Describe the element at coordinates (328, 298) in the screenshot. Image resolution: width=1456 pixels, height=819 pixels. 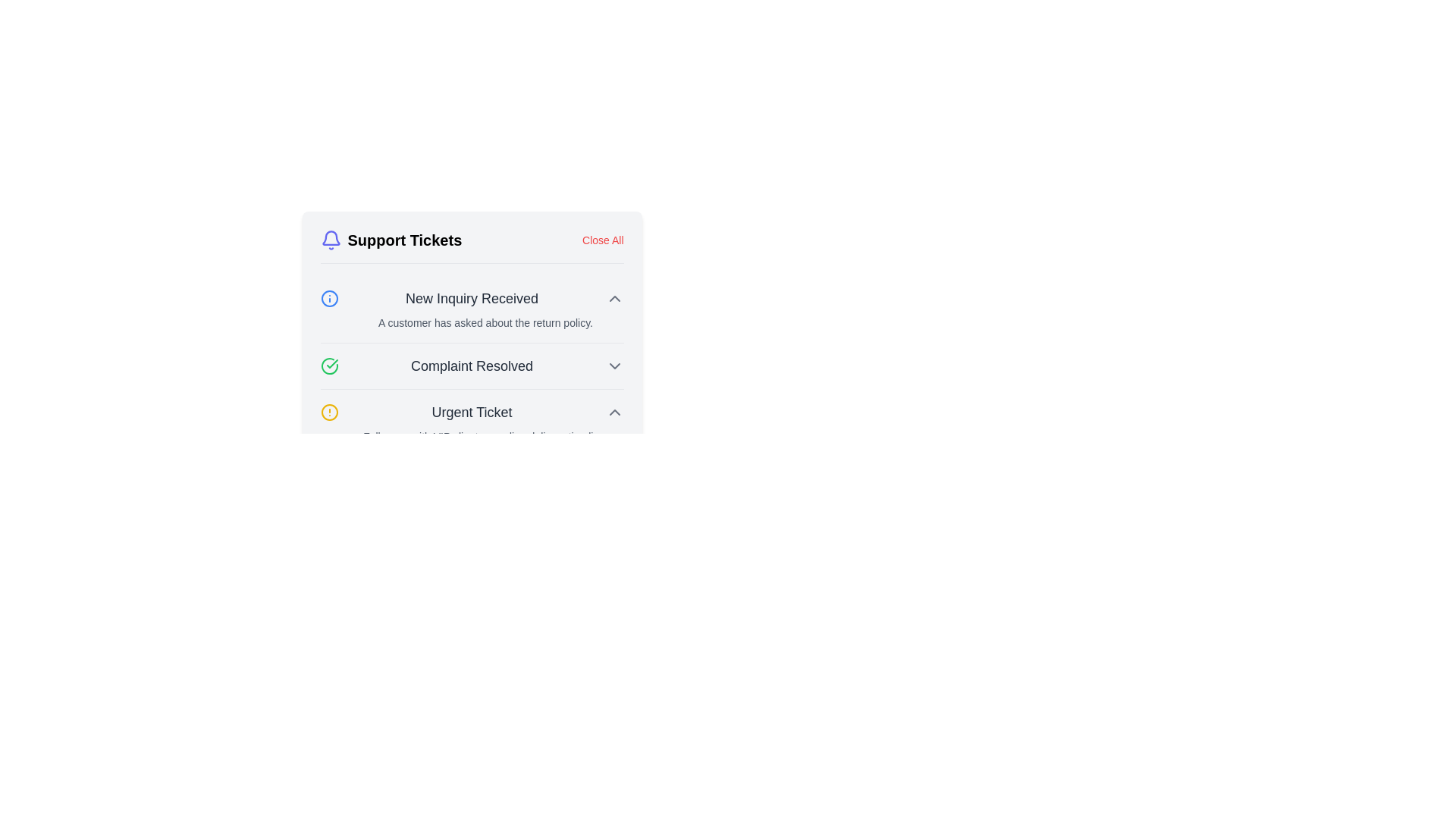
I see `the icon indicating the 'New Inquiry Received' notification, which is positioned to the left of the notification text` at that location.